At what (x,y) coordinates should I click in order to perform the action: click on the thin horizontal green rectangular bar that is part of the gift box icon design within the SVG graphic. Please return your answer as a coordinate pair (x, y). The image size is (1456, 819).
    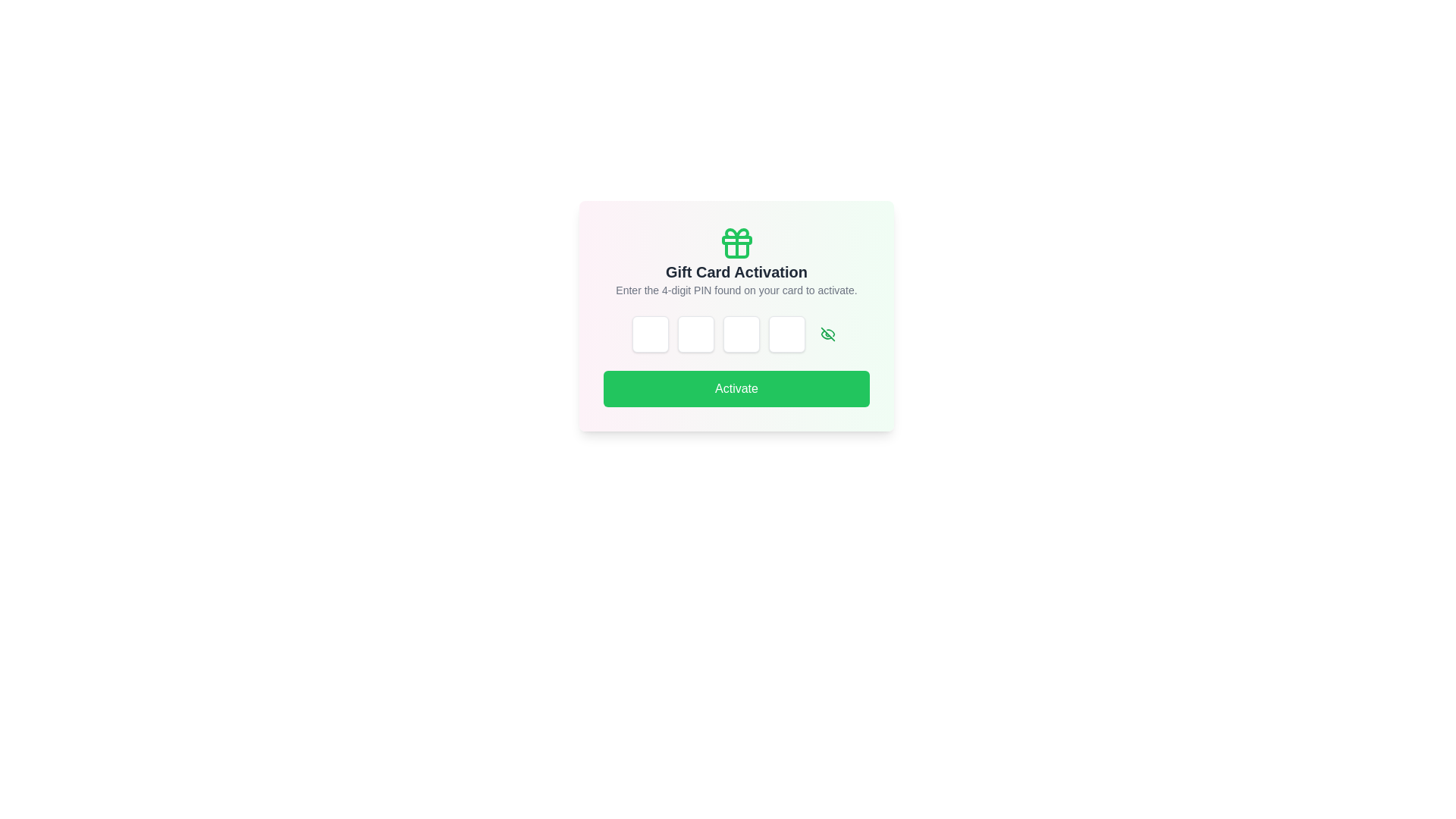
    Looking at the image, I should click on (736, 239).